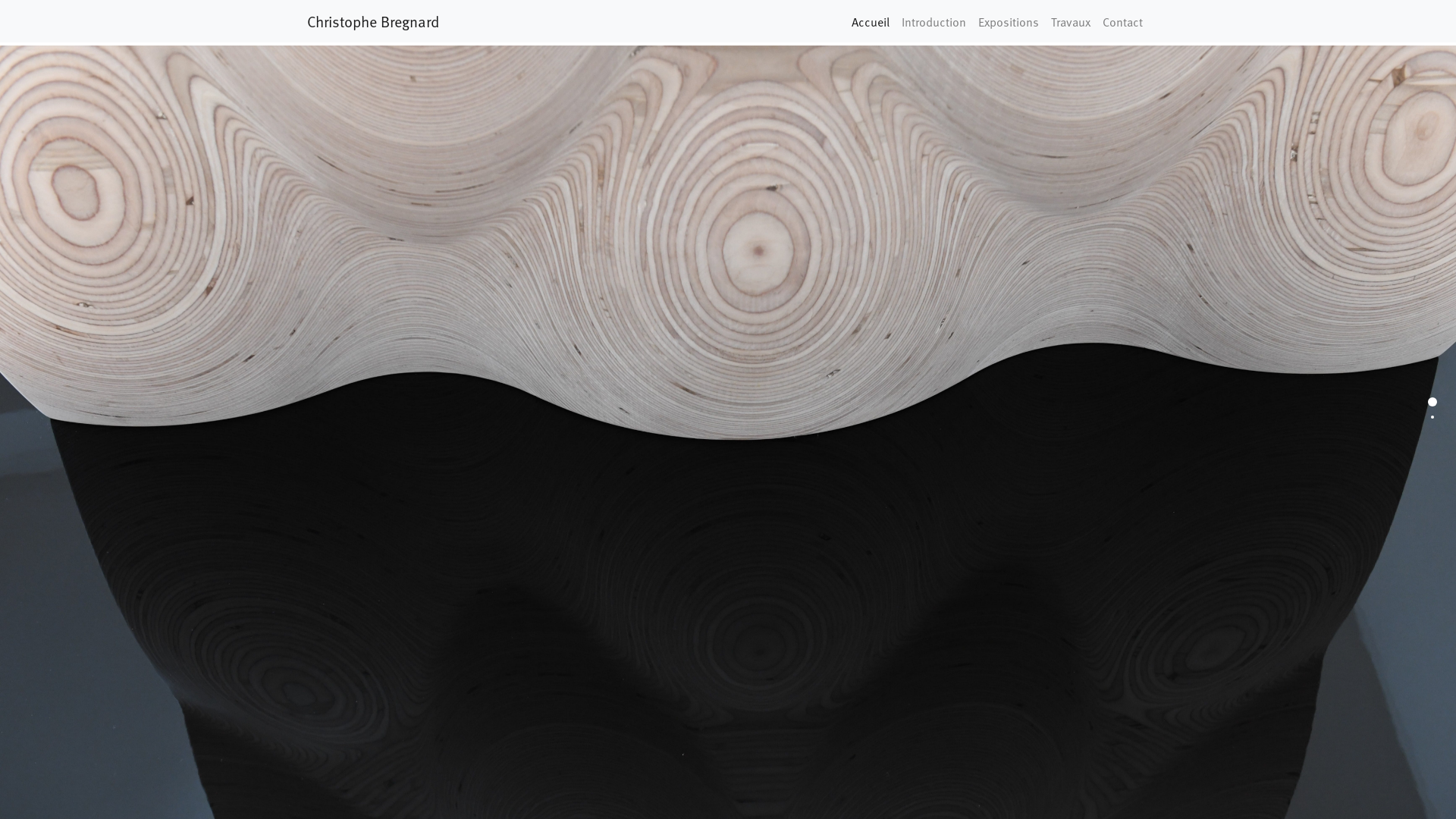 The height and width of the screenshot is (819, 1456). Describe the element at coordinates (1008, 20) in the screenshot. I see `'Expositions'` at that location.